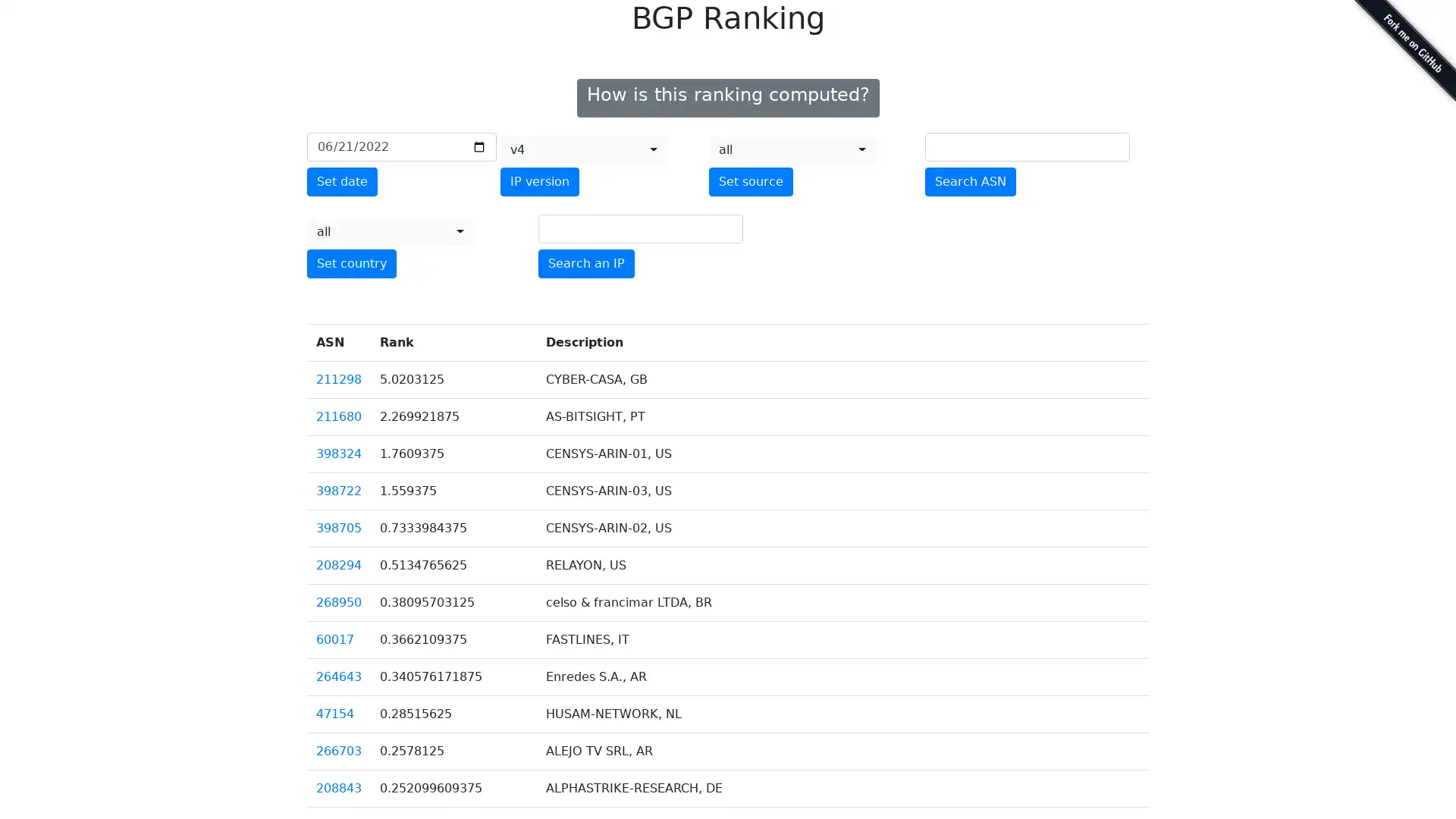  I want to click on Set source, so click(751, 180).